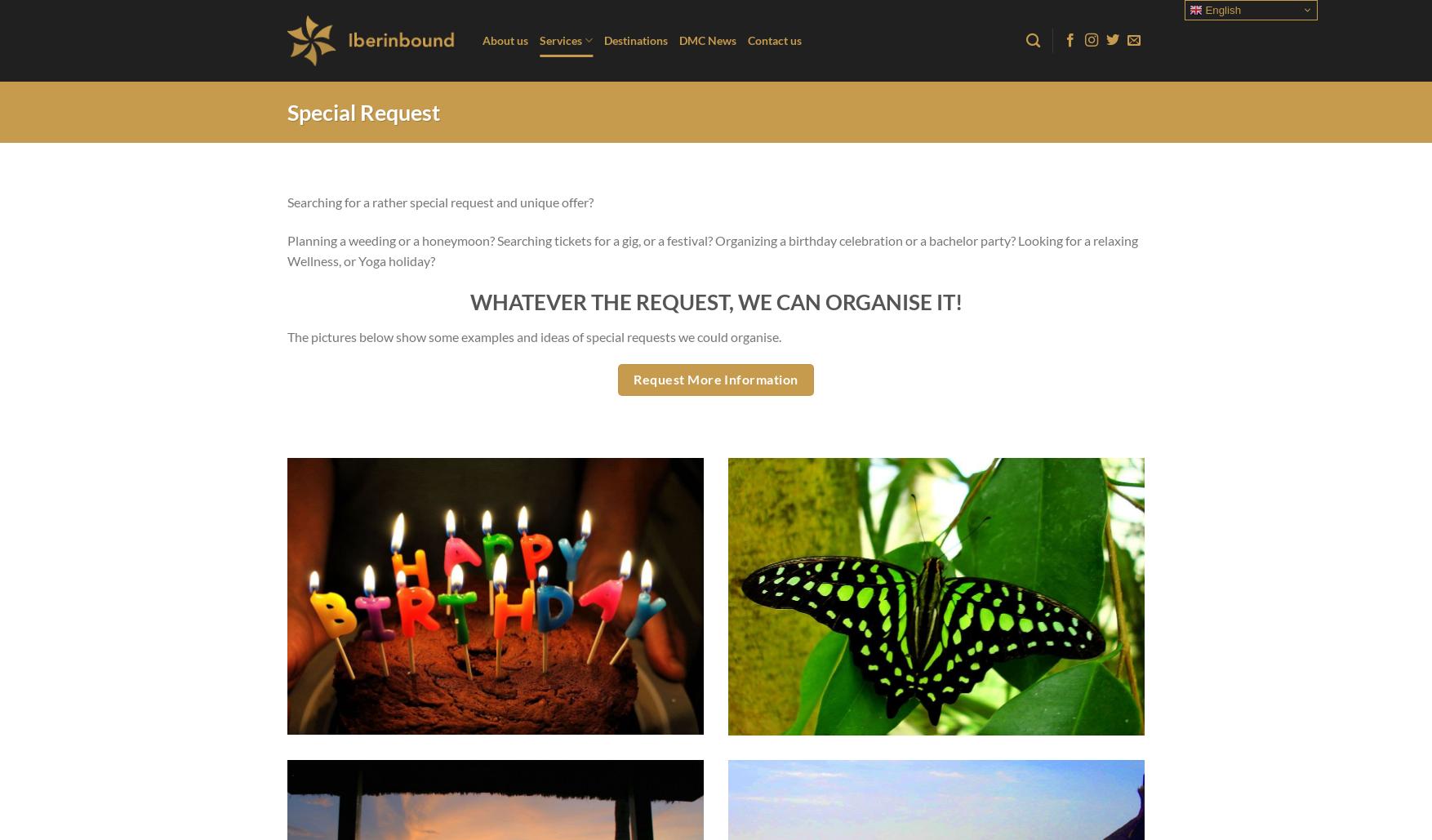  What do you see at coordinates (714, 300) in the screenshot?
I see `'WHATEVER THE REQUEST, WE CAN ORGANISE IT!'` at bounding box center [714, 300].